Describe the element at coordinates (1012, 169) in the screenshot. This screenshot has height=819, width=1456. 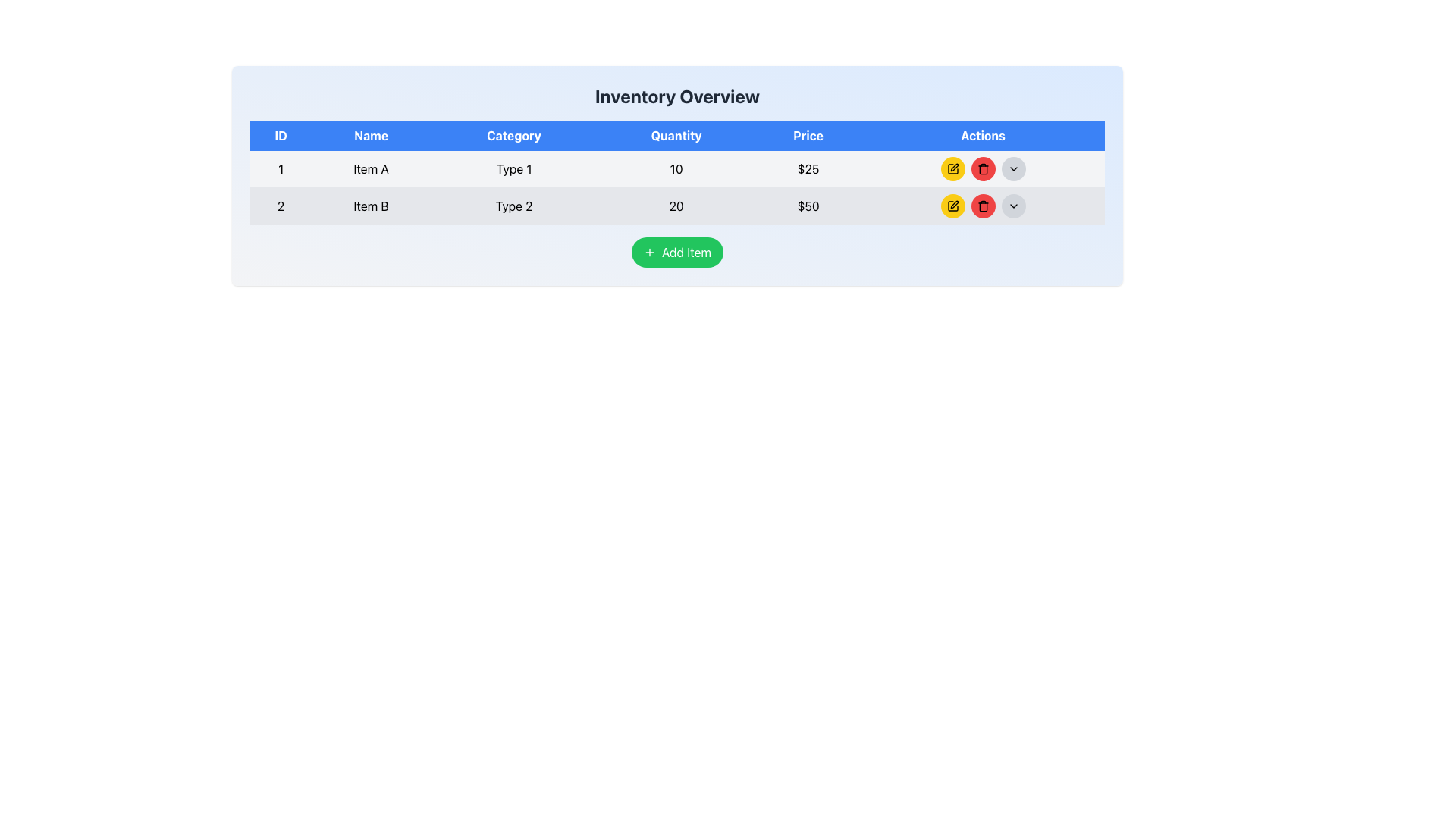
I see `the chevron icon inside the gray-rounded button located in the 'Actions' column of the second row of the table` at that location.